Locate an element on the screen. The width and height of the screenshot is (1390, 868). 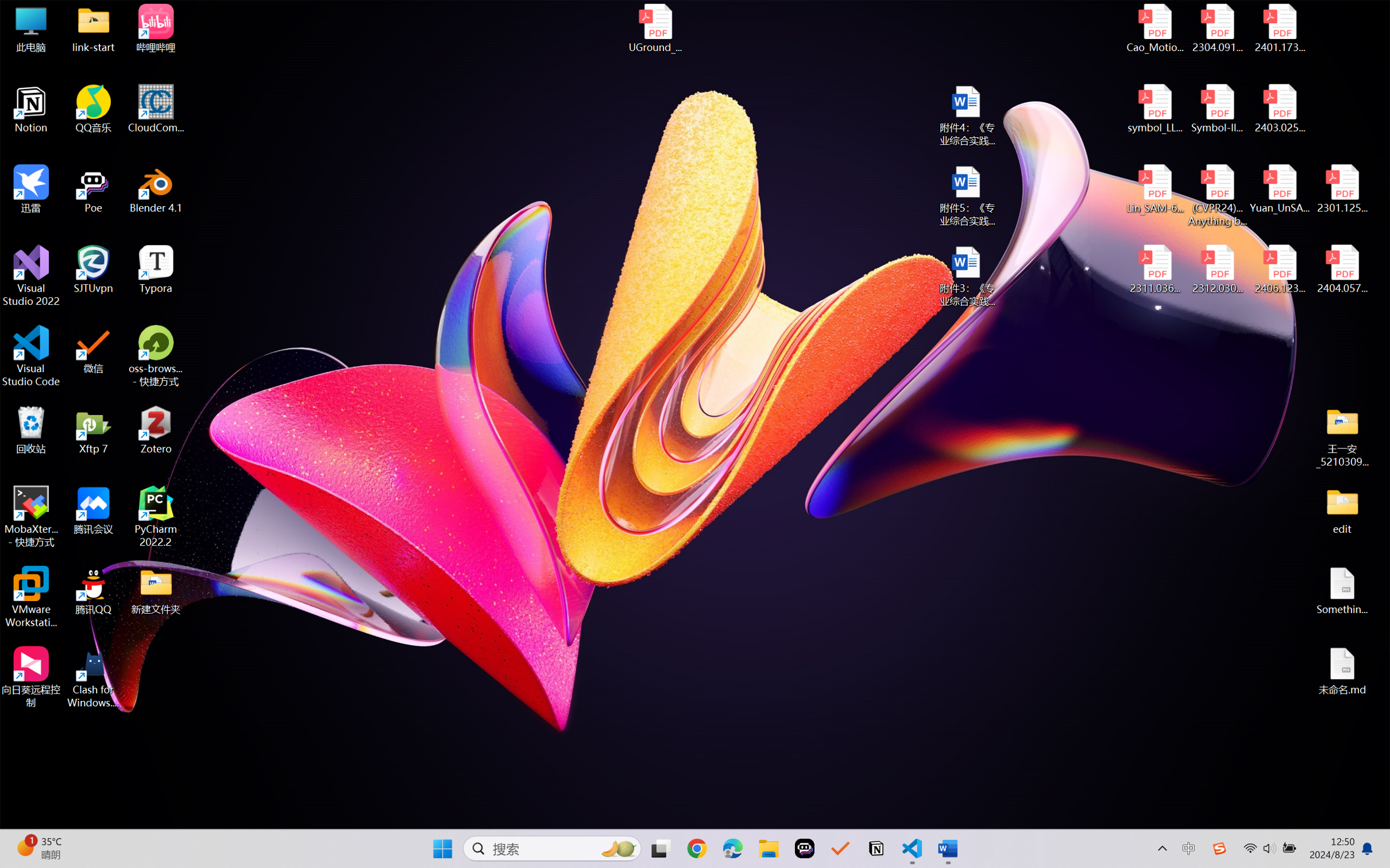
'2304.09121v3.pdf' is located at coordinates (1217, 28).